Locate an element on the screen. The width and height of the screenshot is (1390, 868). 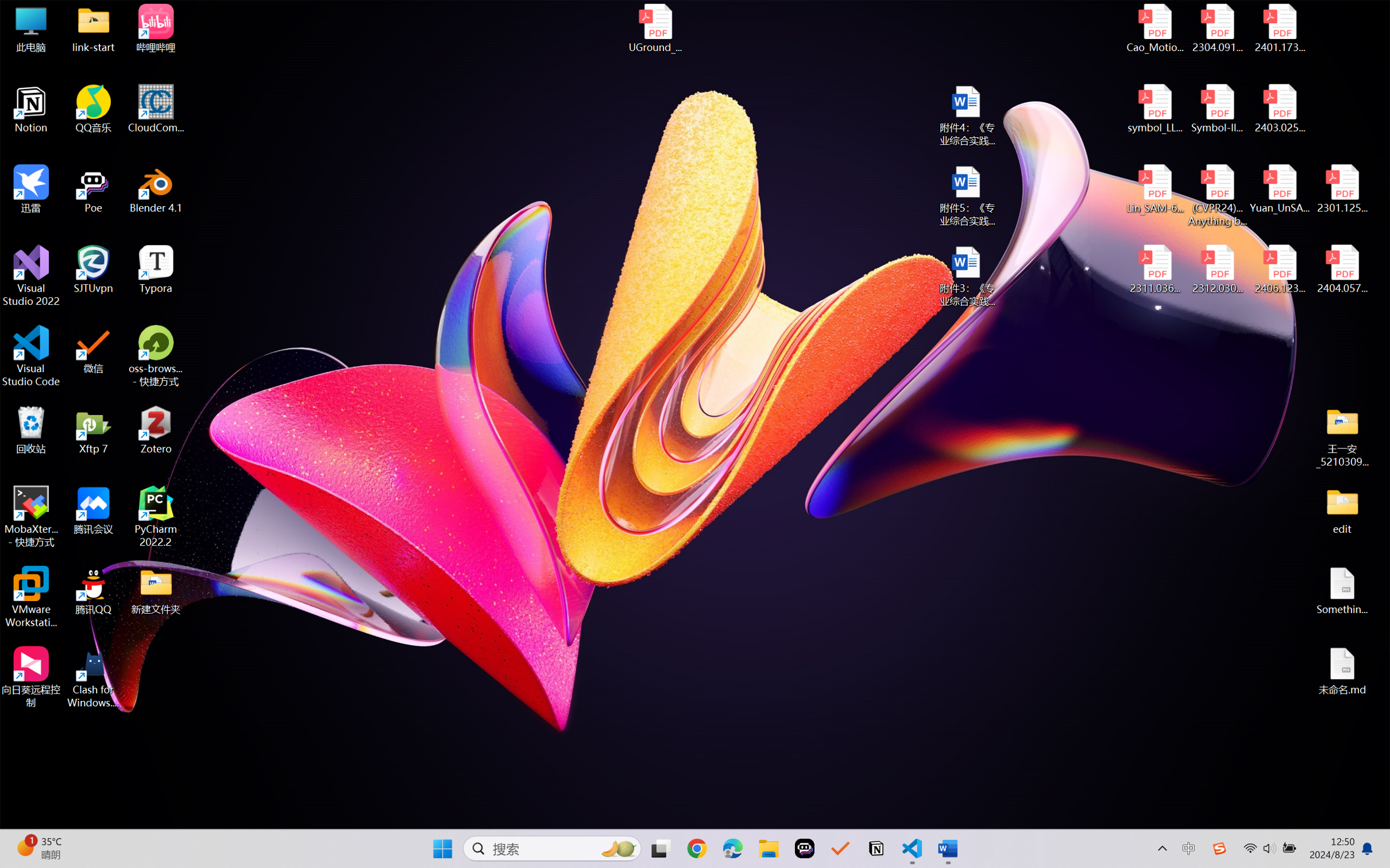
'2304.09121v3.pdf' is located at coordinates (1217, 28).